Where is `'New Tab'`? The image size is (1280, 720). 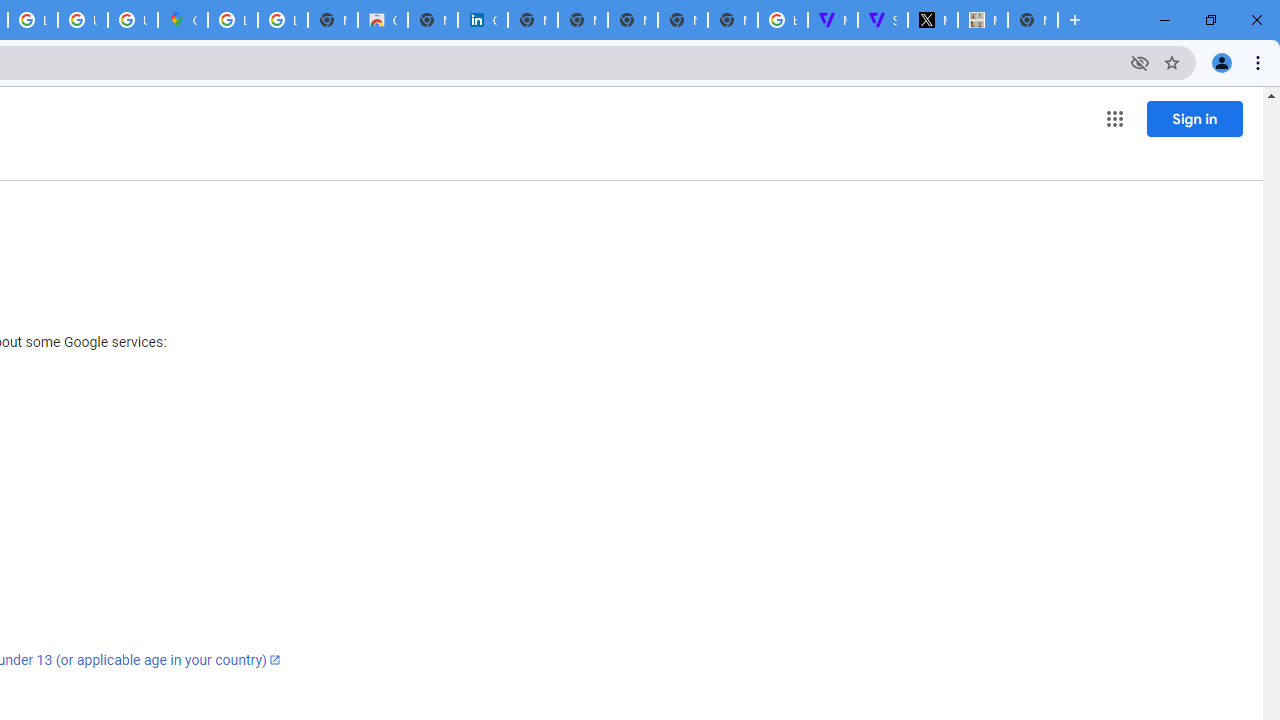
'New Tab' is located at coordinates (1032, 20).